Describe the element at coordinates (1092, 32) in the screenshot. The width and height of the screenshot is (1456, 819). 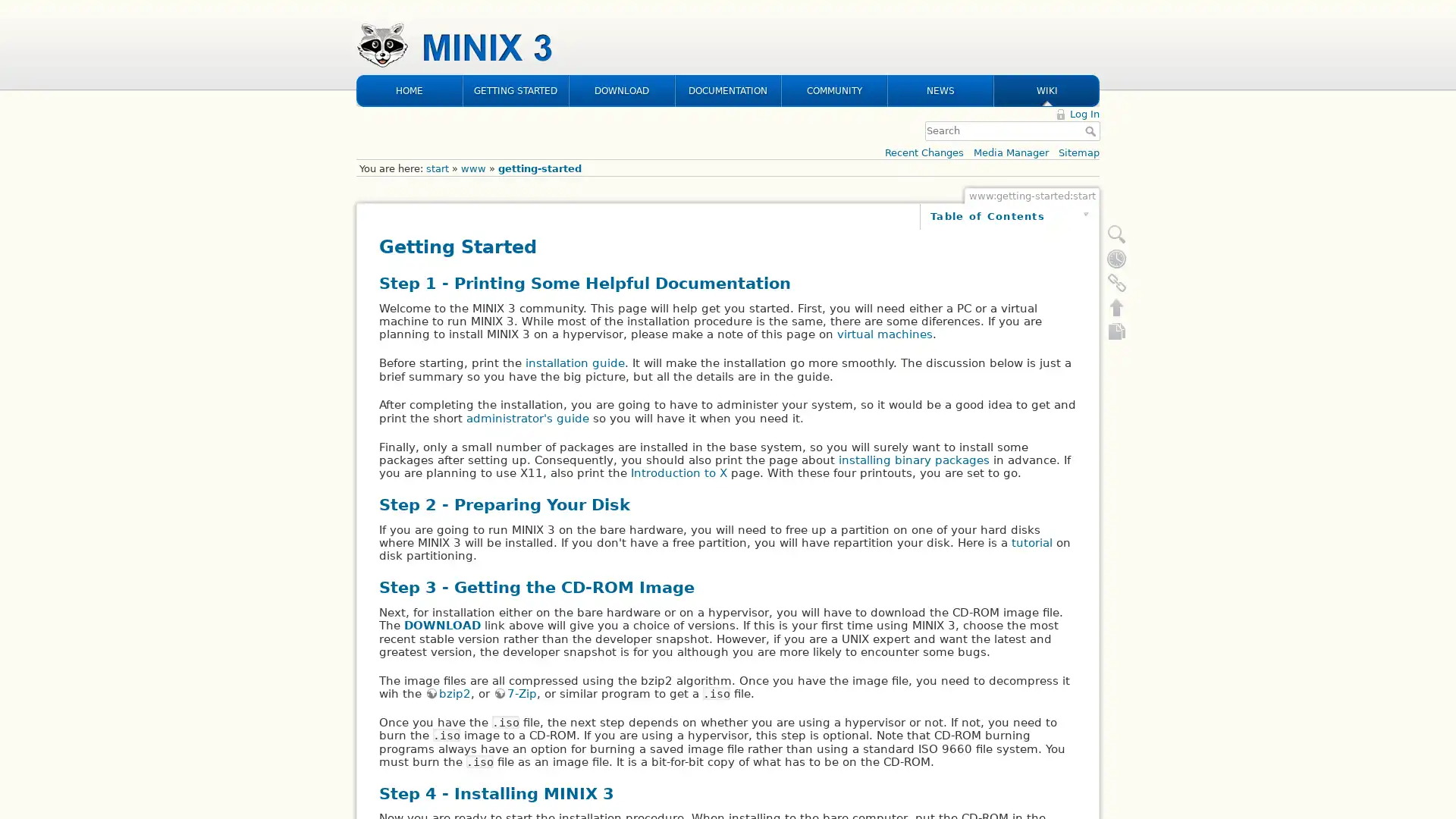
I see `Search` at that location.